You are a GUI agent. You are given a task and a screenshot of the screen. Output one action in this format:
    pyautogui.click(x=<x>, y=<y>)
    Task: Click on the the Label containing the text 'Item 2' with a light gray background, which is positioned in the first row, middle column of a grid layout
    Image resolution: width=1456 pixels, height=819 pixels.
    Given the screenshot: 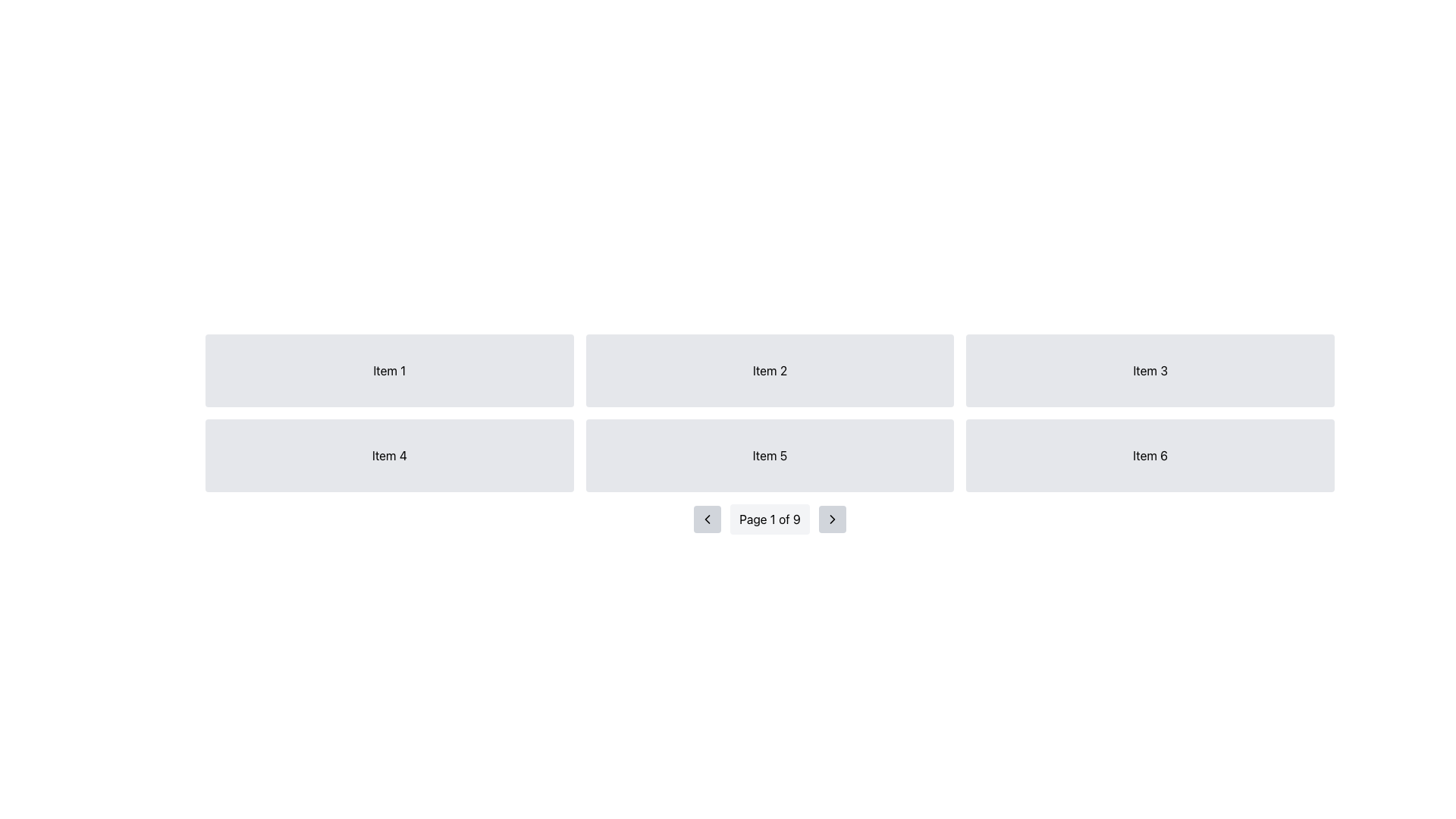 What is the action you would take?
    pyautogui.click(x=770, y=371)
    